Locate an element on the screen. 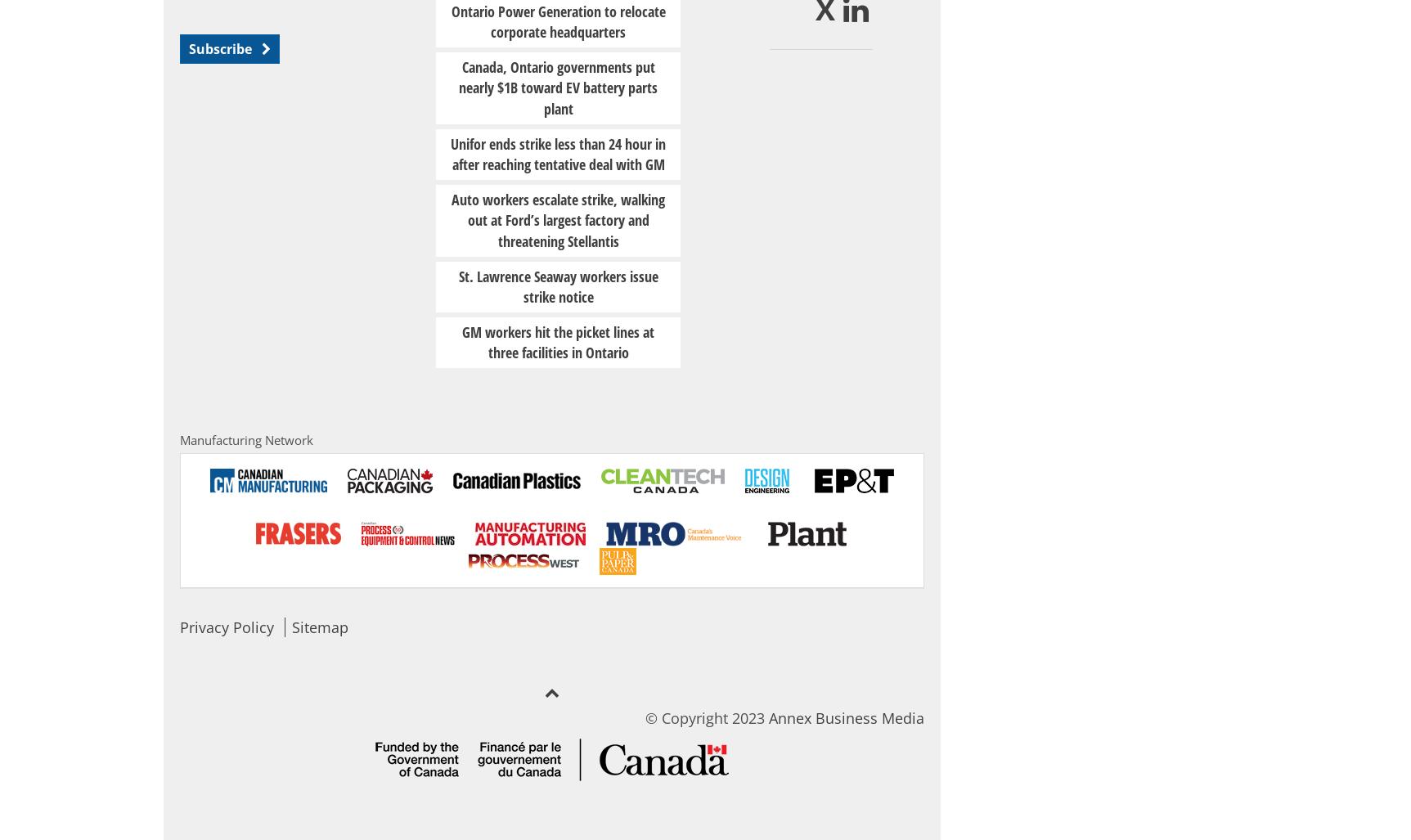  'Manufacturing Network' is located at coordinates (245, 439).